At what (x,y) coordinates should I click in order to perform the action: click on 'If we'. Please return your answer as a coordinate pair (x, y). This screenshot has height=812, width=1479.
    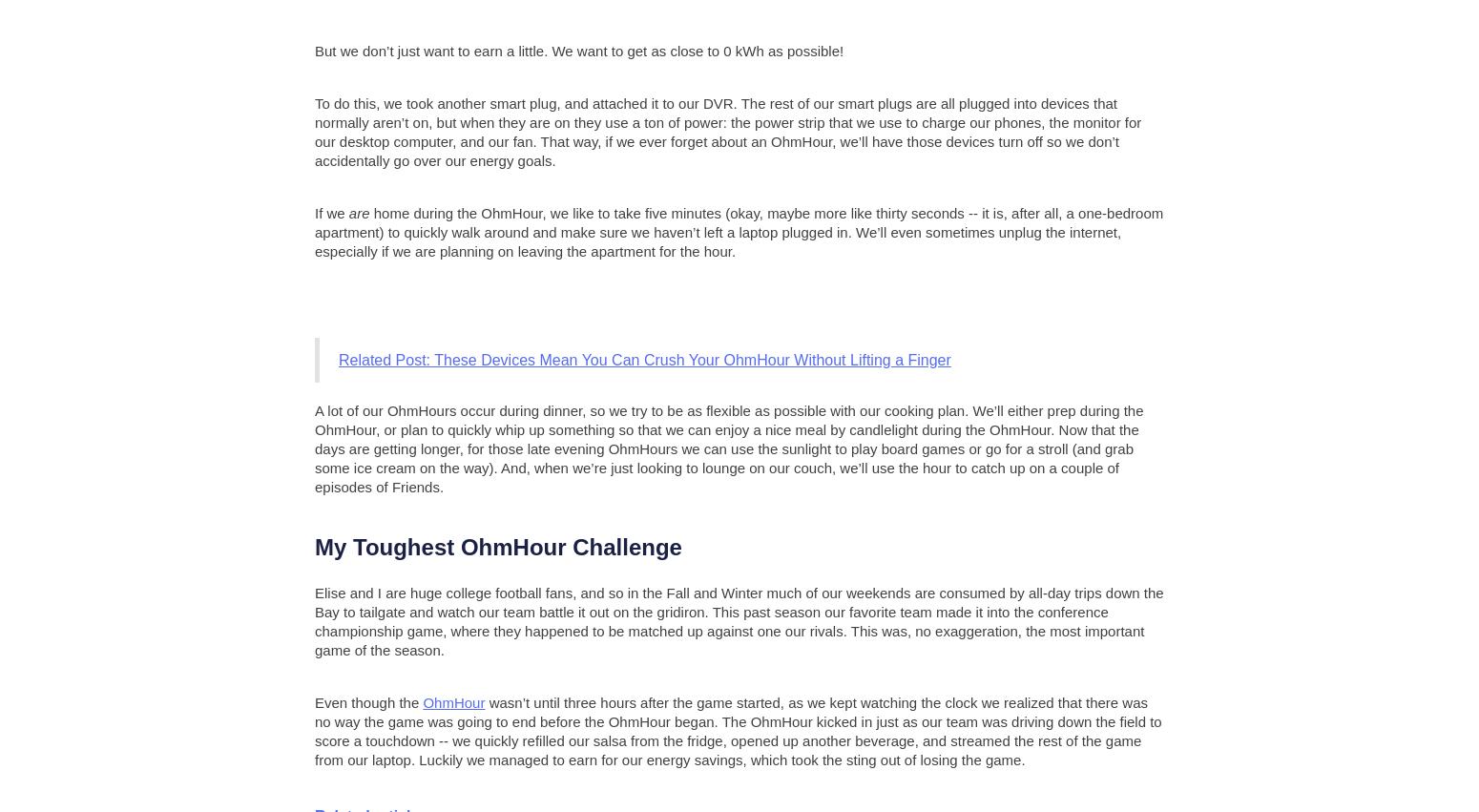
    Looking at the image, I should click on (330, 212).